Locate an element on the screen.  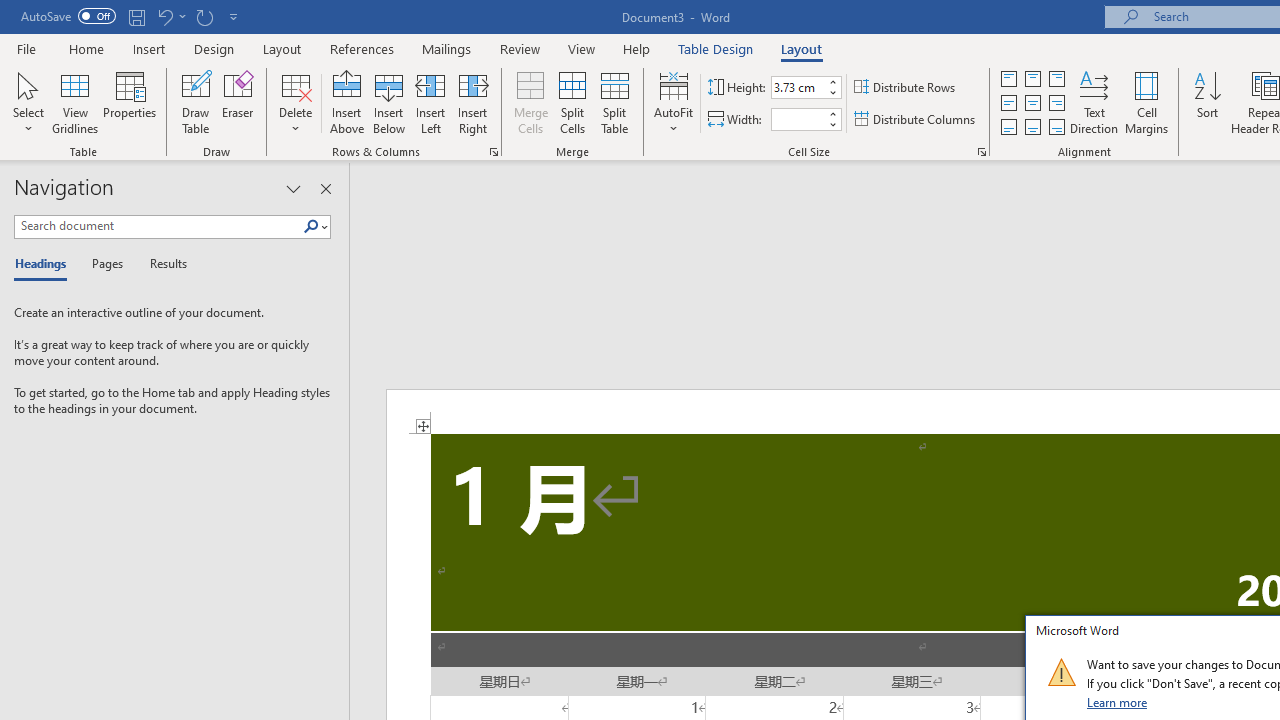
'Quick Access Toolbar' is located at coordinates (130, 16).